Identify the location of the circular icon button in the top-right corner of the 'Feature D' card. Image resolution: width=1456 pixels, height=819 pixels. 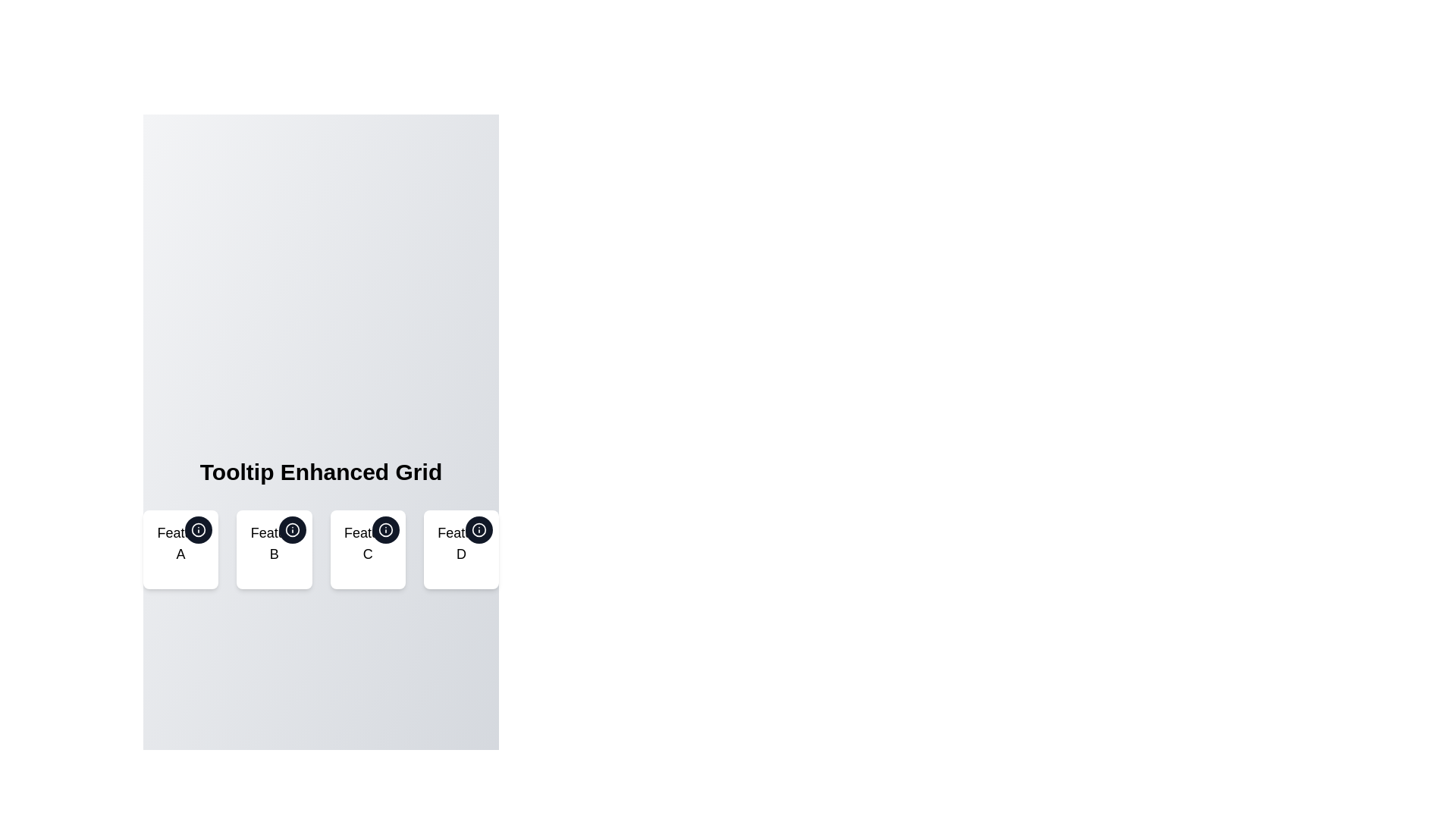
(479, 529).